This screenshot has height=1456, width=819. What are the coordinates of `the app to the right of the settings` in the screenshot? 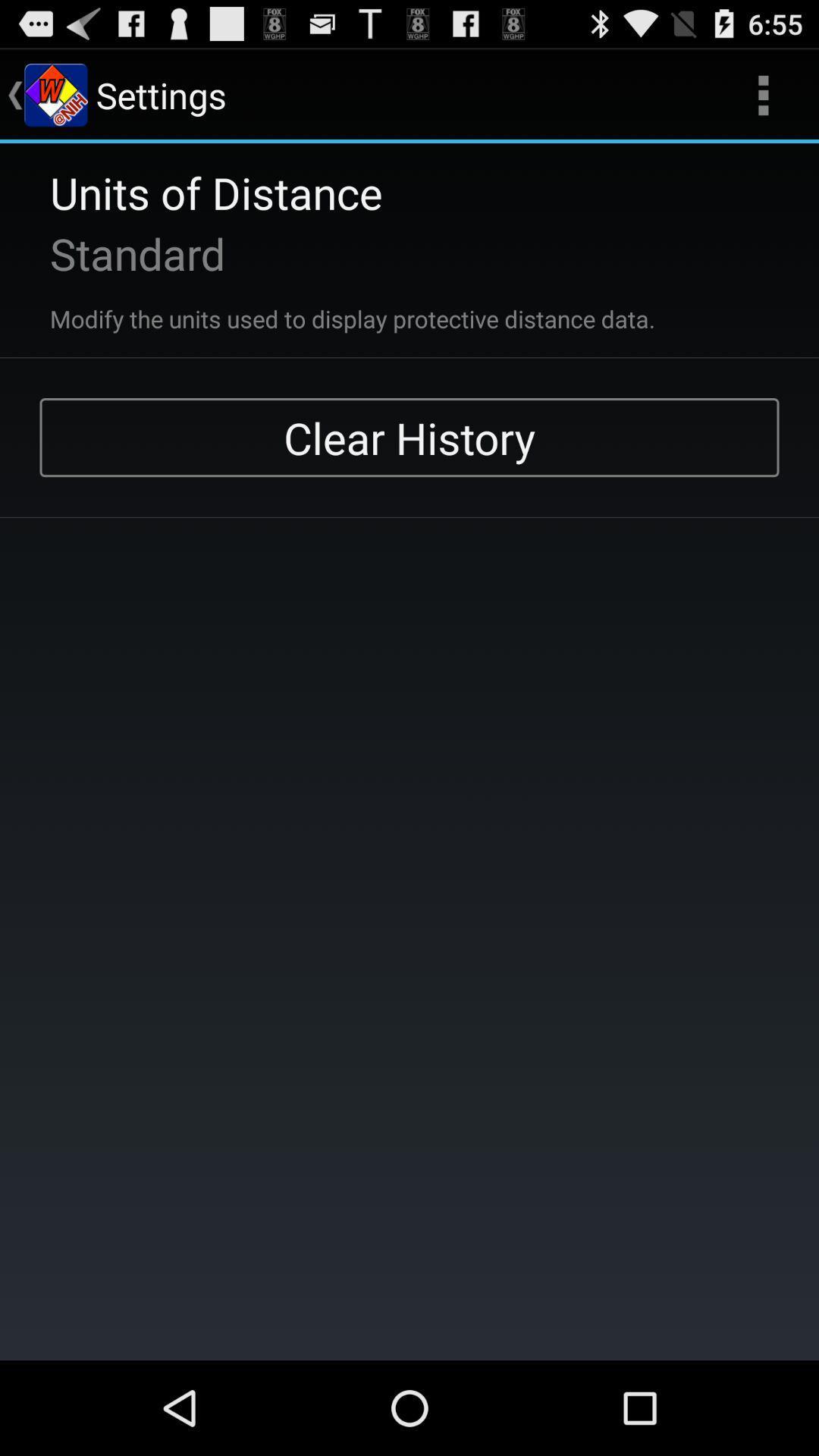 It's located at (763, 94).